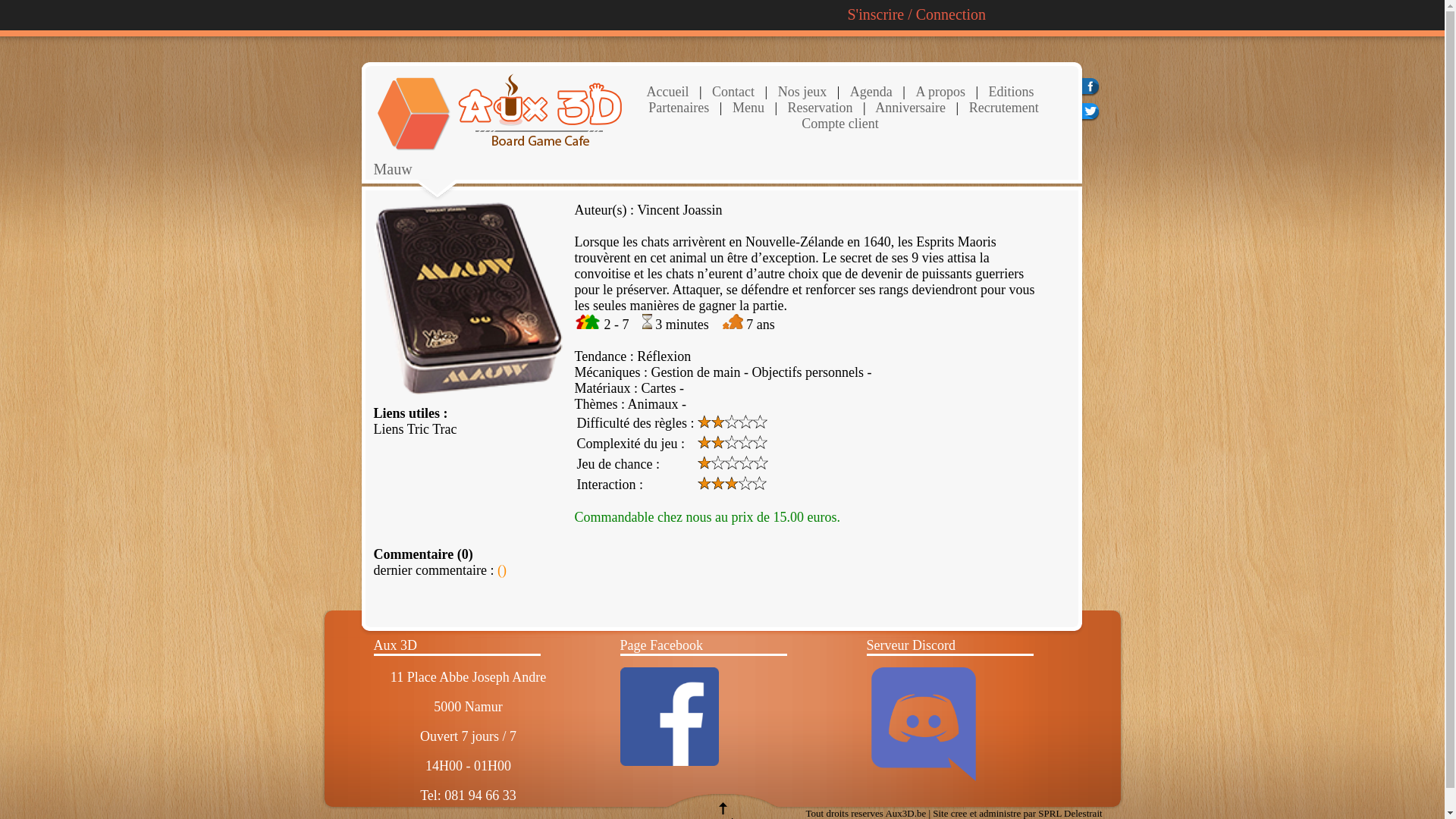 The width and height of the screenshot is (1456, 819). What do you see at coordinates (1001, 107) in the screenshot?
I see `'Recrutement'` at bounding box center [1001, 107].